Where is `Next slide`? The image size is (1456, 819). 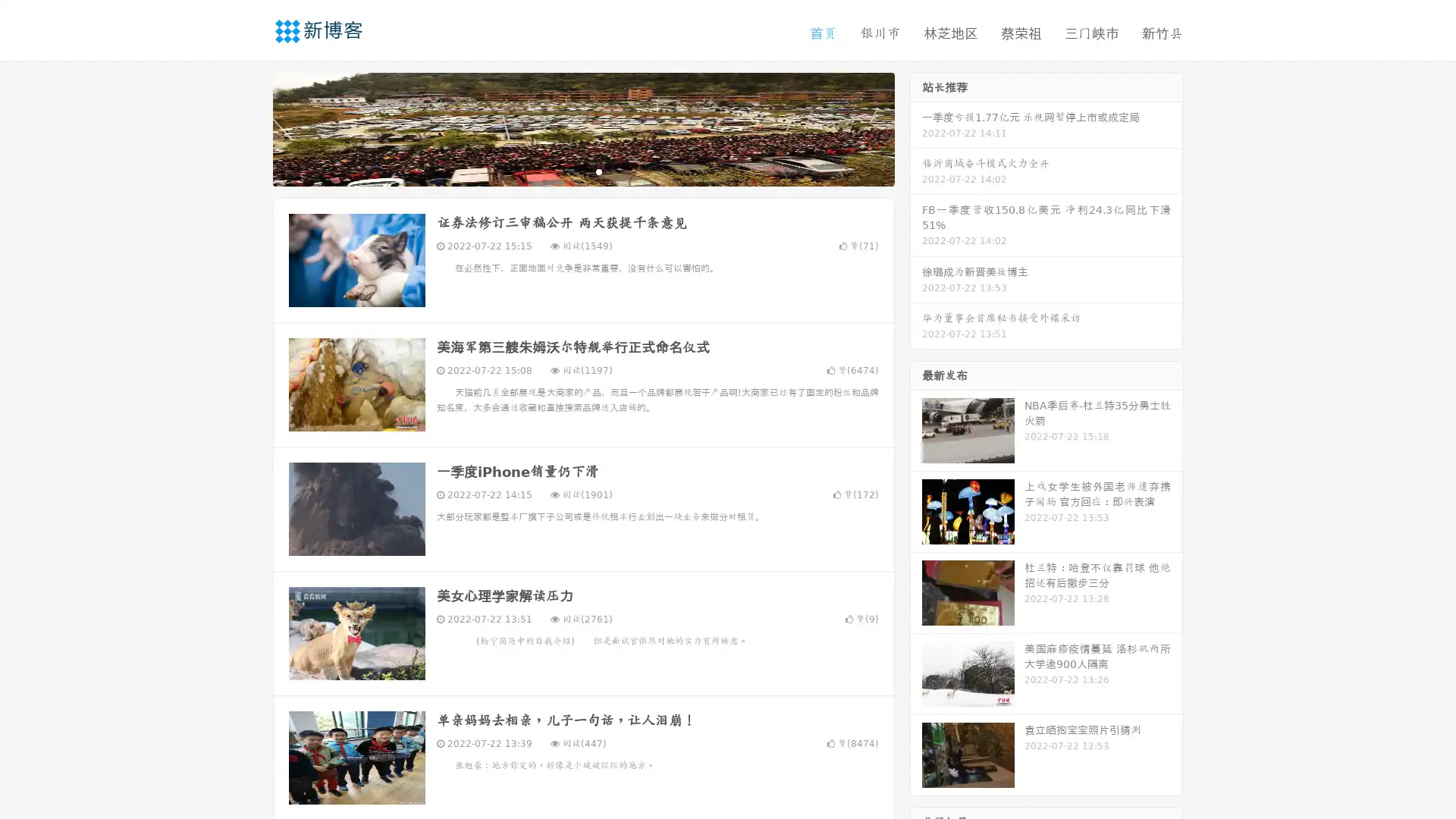 Next slide is located at coordinates (916, 127).